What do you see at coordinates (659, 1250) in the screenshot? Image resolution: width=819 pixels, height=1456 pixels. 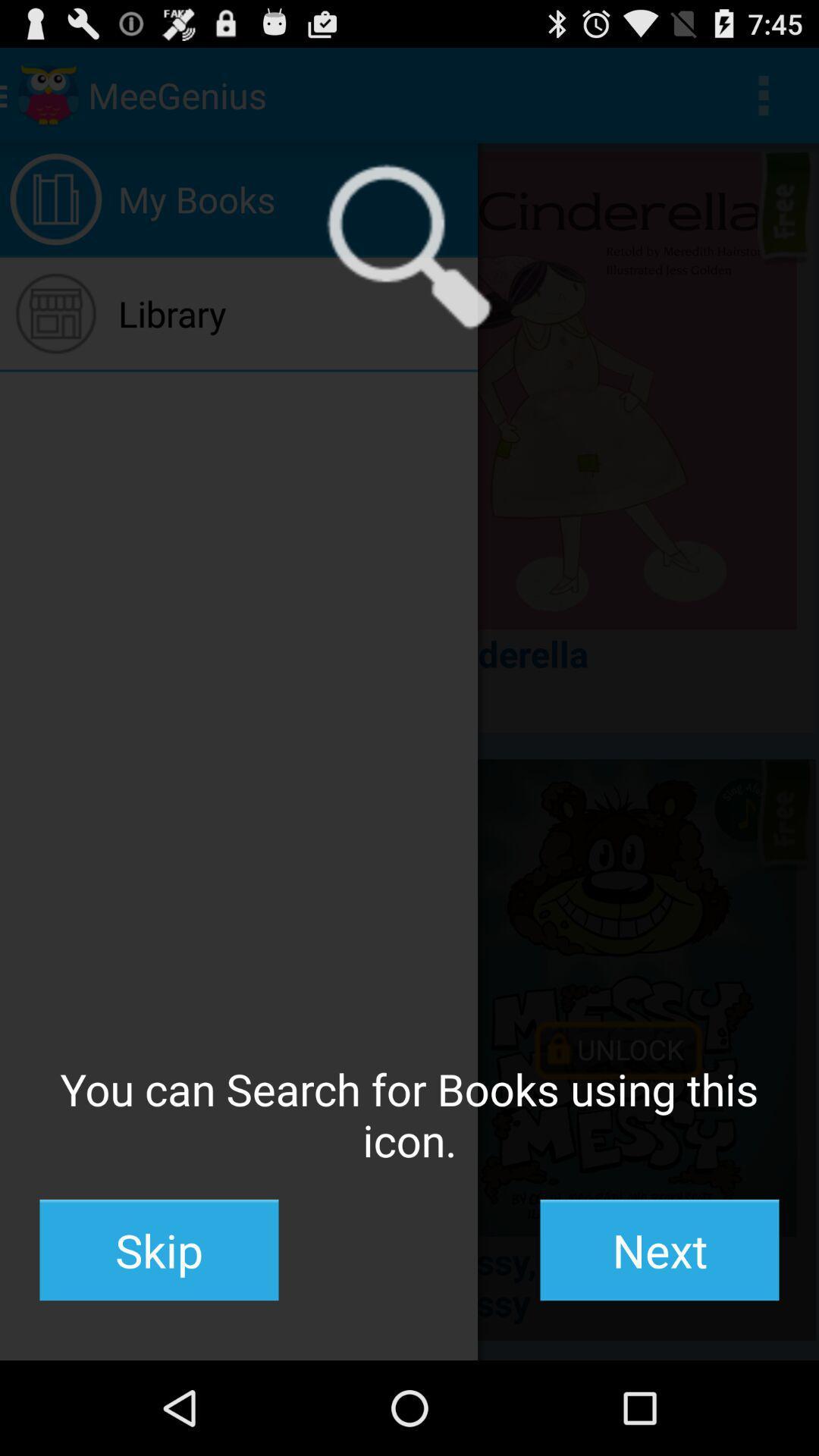 I see `icon at the bottom right corner` at bounding box center [659, 1250].